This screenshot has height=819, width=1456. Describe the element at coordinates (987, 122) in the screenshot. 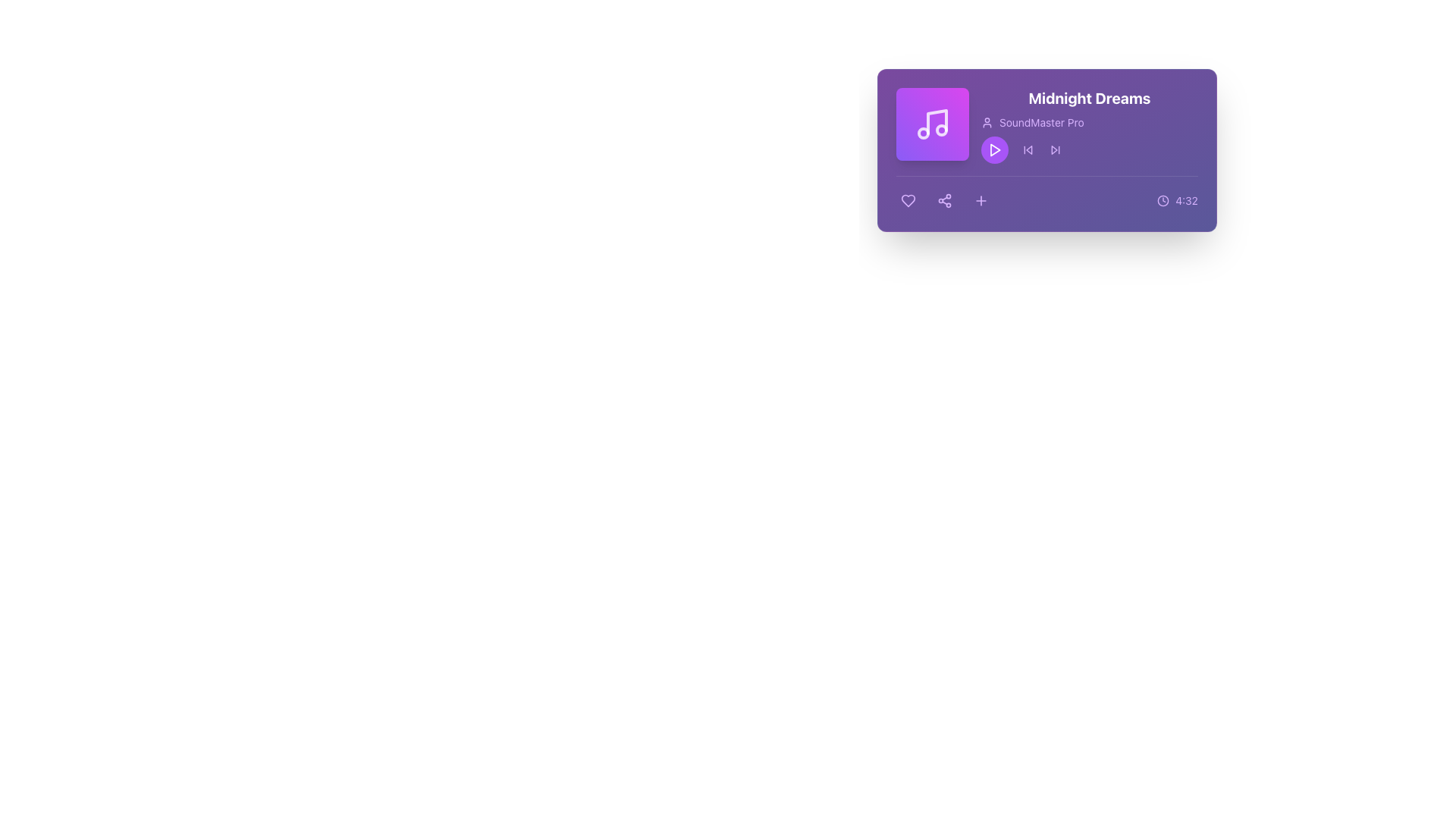

I see `the user icon represented by a purple-themed outline of a generic user figure, located within the music information card for 'Midnight Dreams' and aligned with the text 'SoundMaster Pro'` at that location.